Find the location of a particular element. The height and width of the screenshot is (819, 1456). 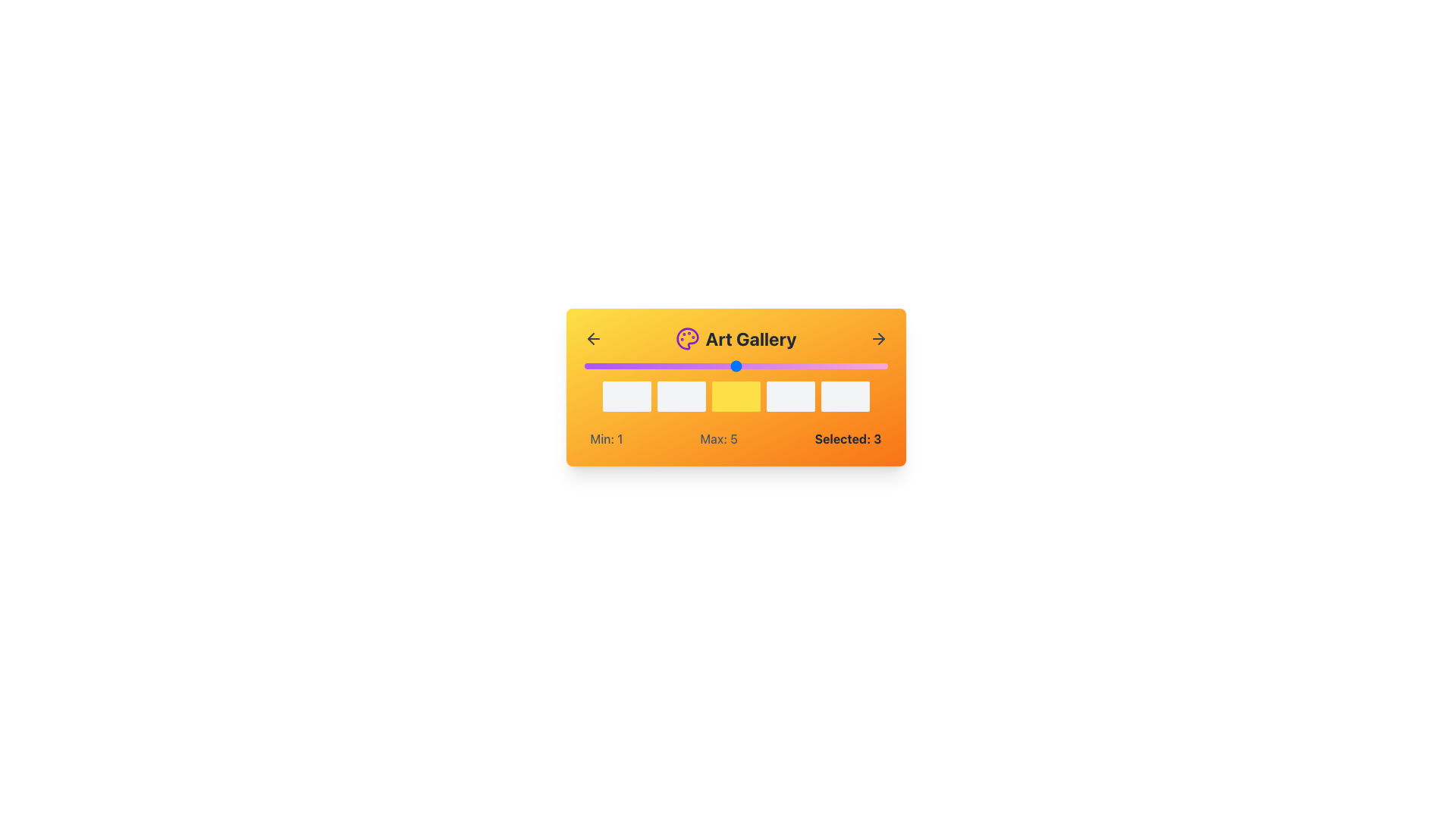

the text label displaying 'Min: 1' in gray font on an orange background, located at the bottom left corner of the card-like UI is located at coordinates (607, 438).